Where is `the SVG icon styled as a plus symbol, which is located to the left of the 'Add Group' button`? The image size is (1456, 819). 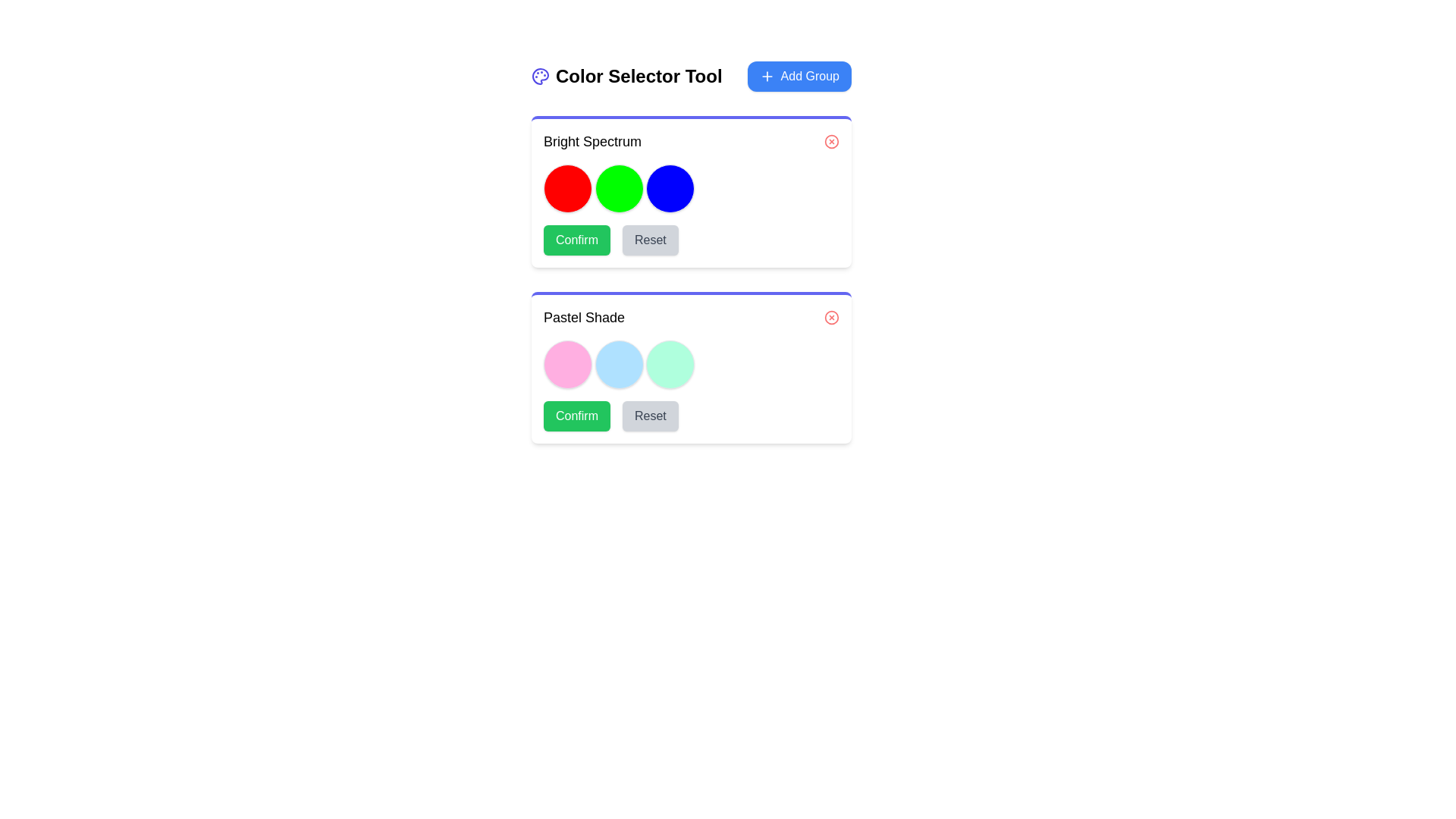
the SVG icon styled as a plus symbol, which is located to the left of the 'Add Group' button is located at coordinates (767, 76).